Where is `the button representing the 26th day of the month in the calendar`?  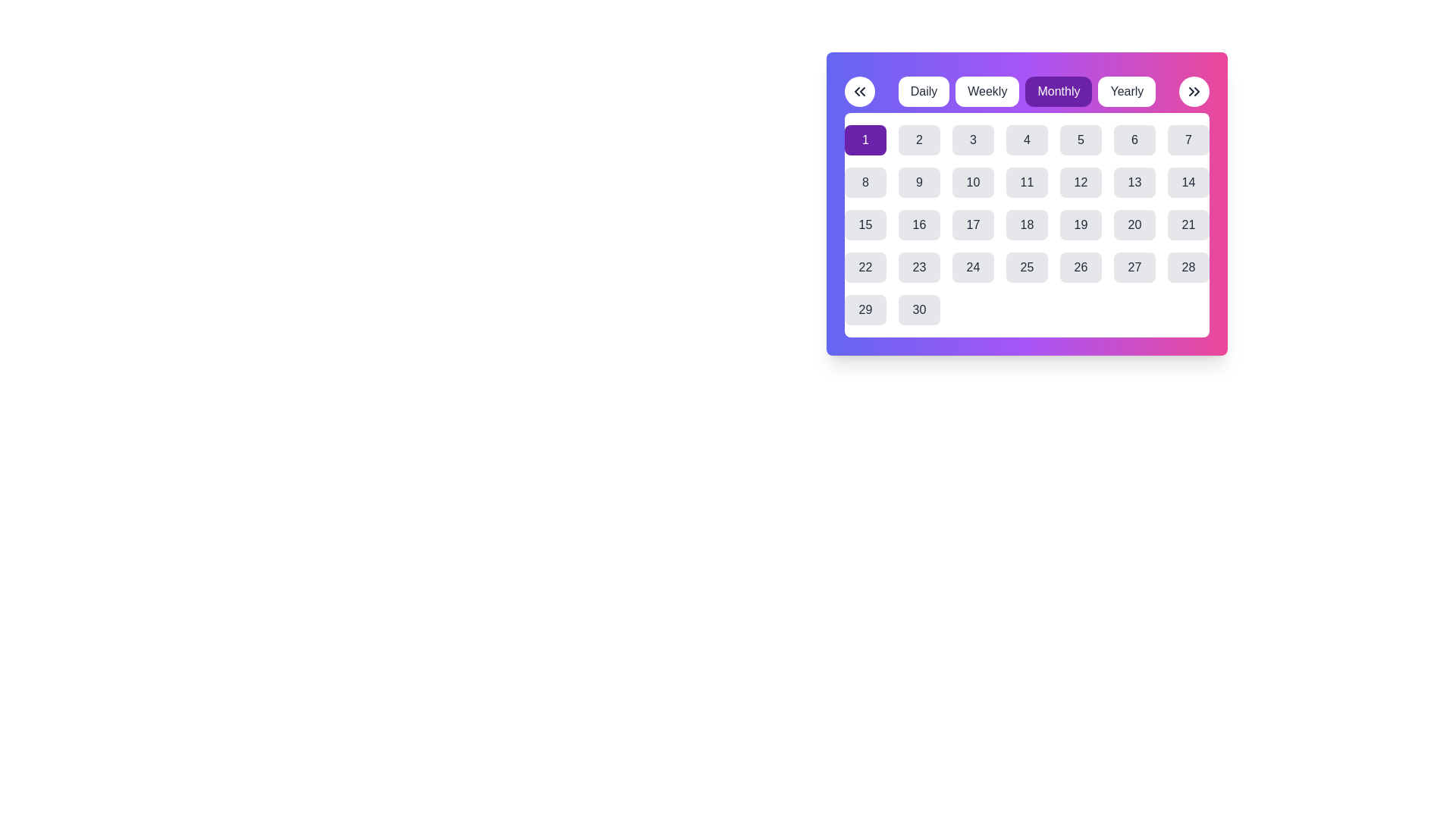
the button representing the 26th day of the month in the calendar is located at coordinates (1080, 267).